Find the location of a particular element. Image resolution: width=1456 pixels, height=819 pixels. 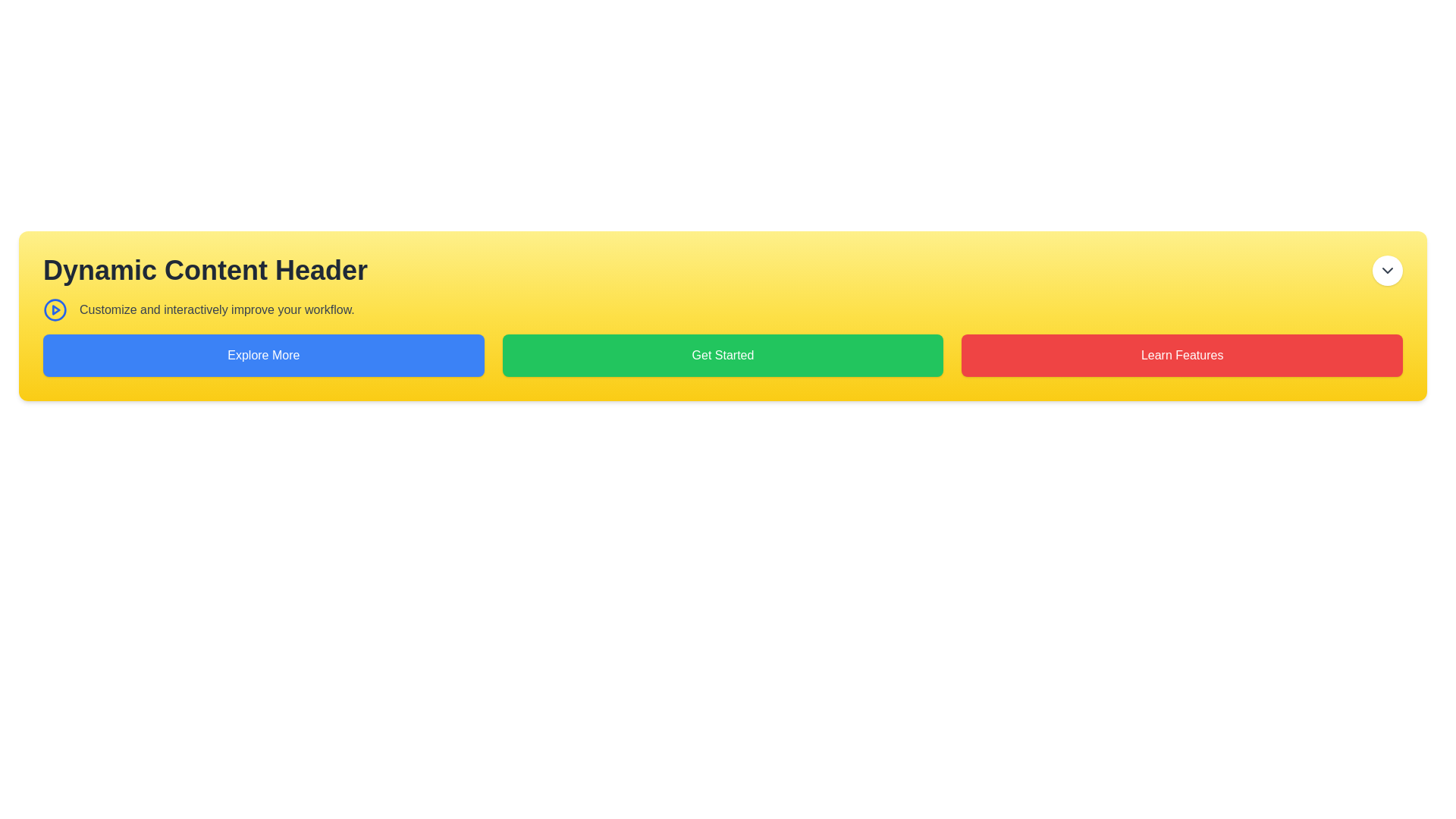

the circular button with a white background and dark chevron-down icon in the top-right corner of the 'Dynamic Content Header' is located at coordinates (1387, 270).